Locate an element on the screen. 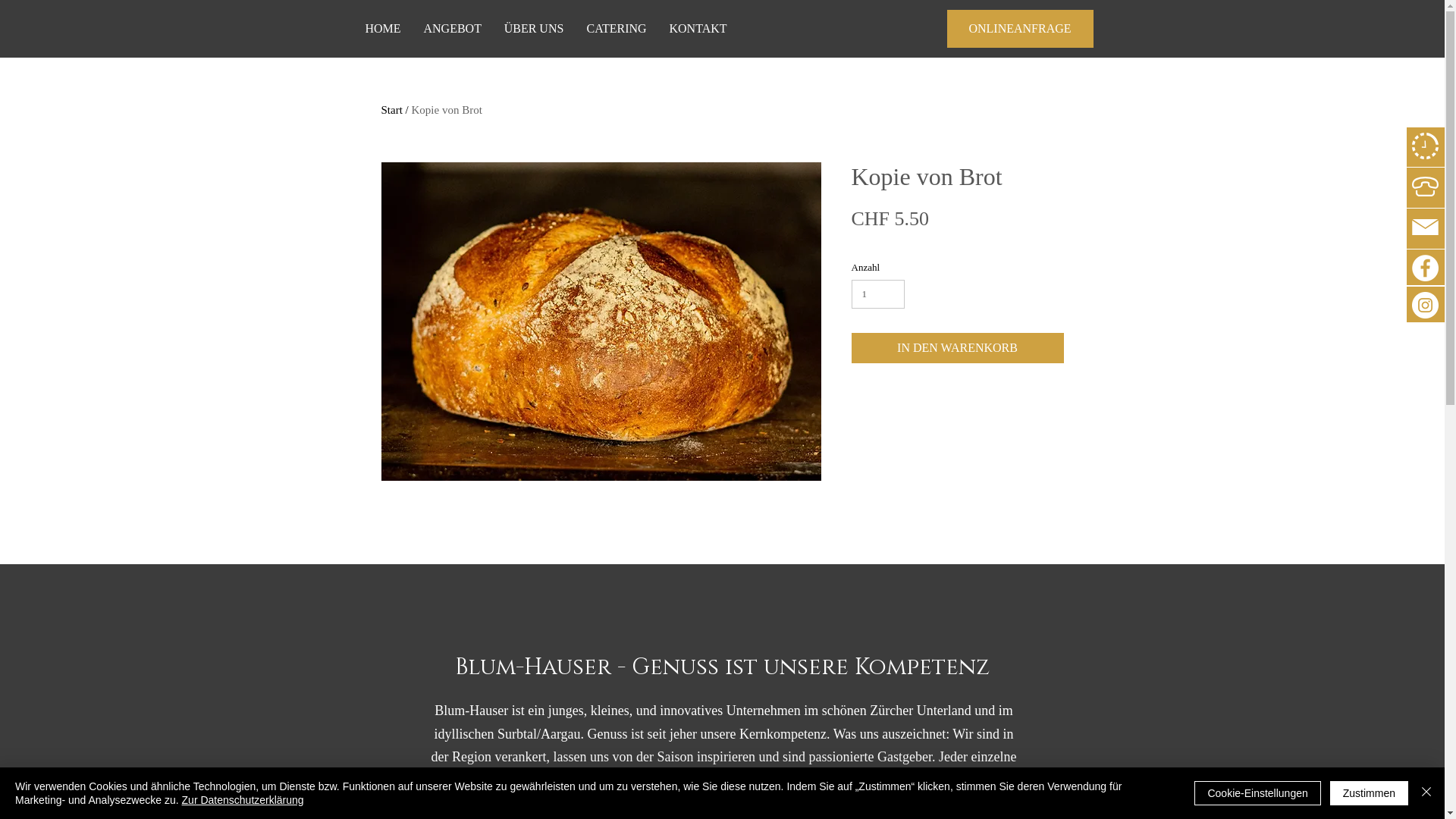 This screenshot has height=819, width=1456. 'Zustimmen' is located at coordinates (1369, 792).